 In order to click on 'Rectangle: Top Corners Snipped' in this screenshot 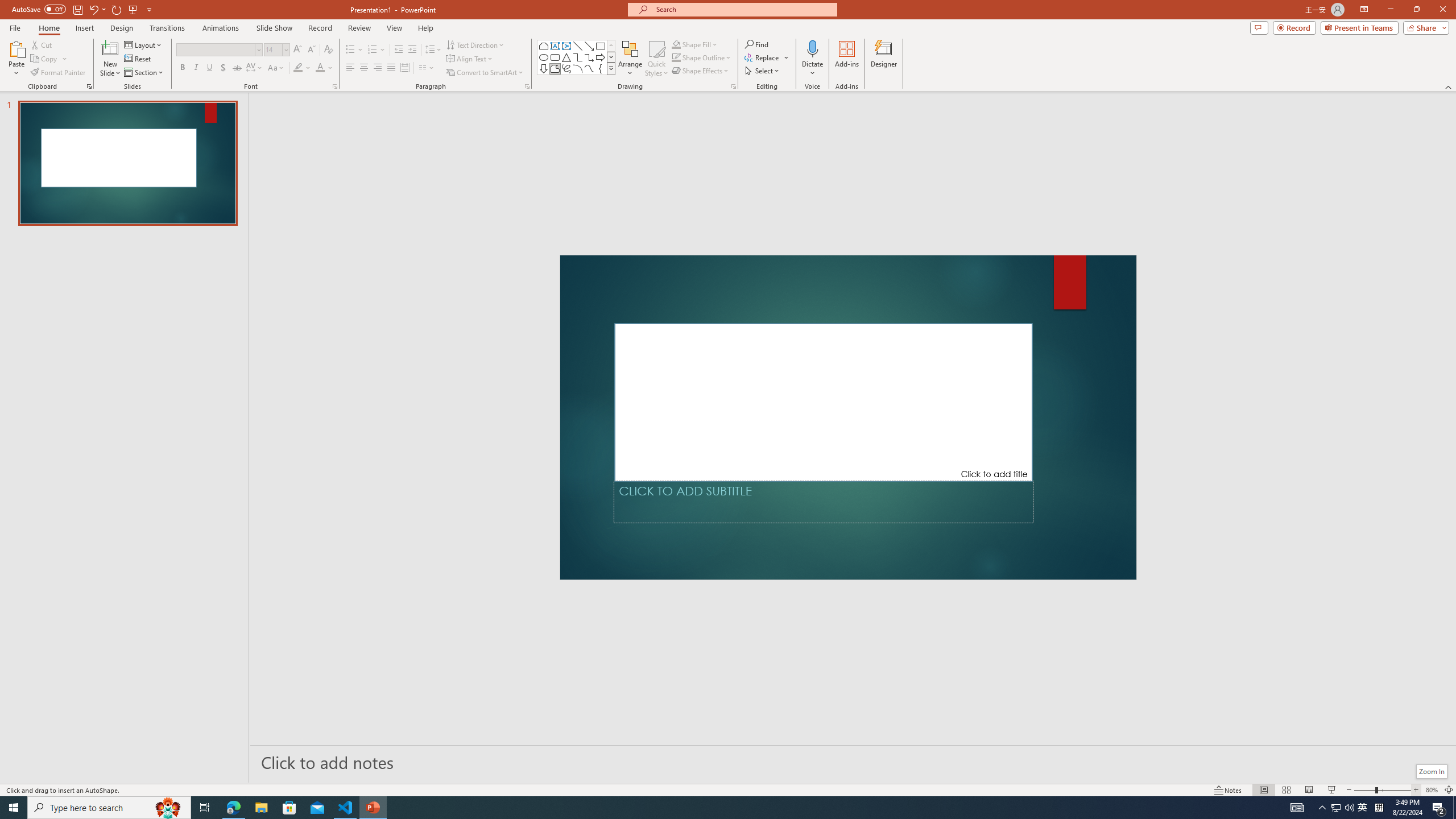, I will do `click(543, 45)`.